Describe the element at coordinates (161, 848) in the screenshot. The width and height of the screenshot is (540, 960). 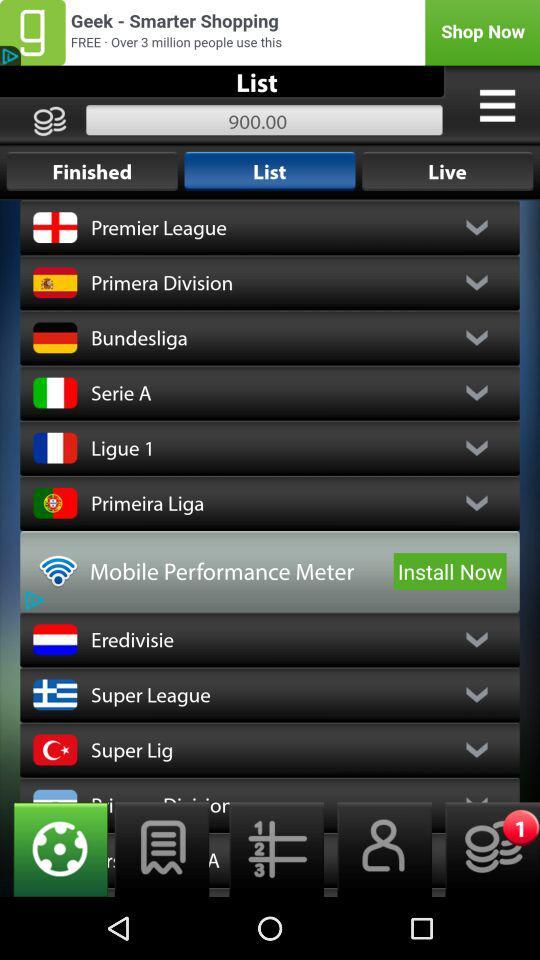
I see `the item above the  fa cup icon` at that location.